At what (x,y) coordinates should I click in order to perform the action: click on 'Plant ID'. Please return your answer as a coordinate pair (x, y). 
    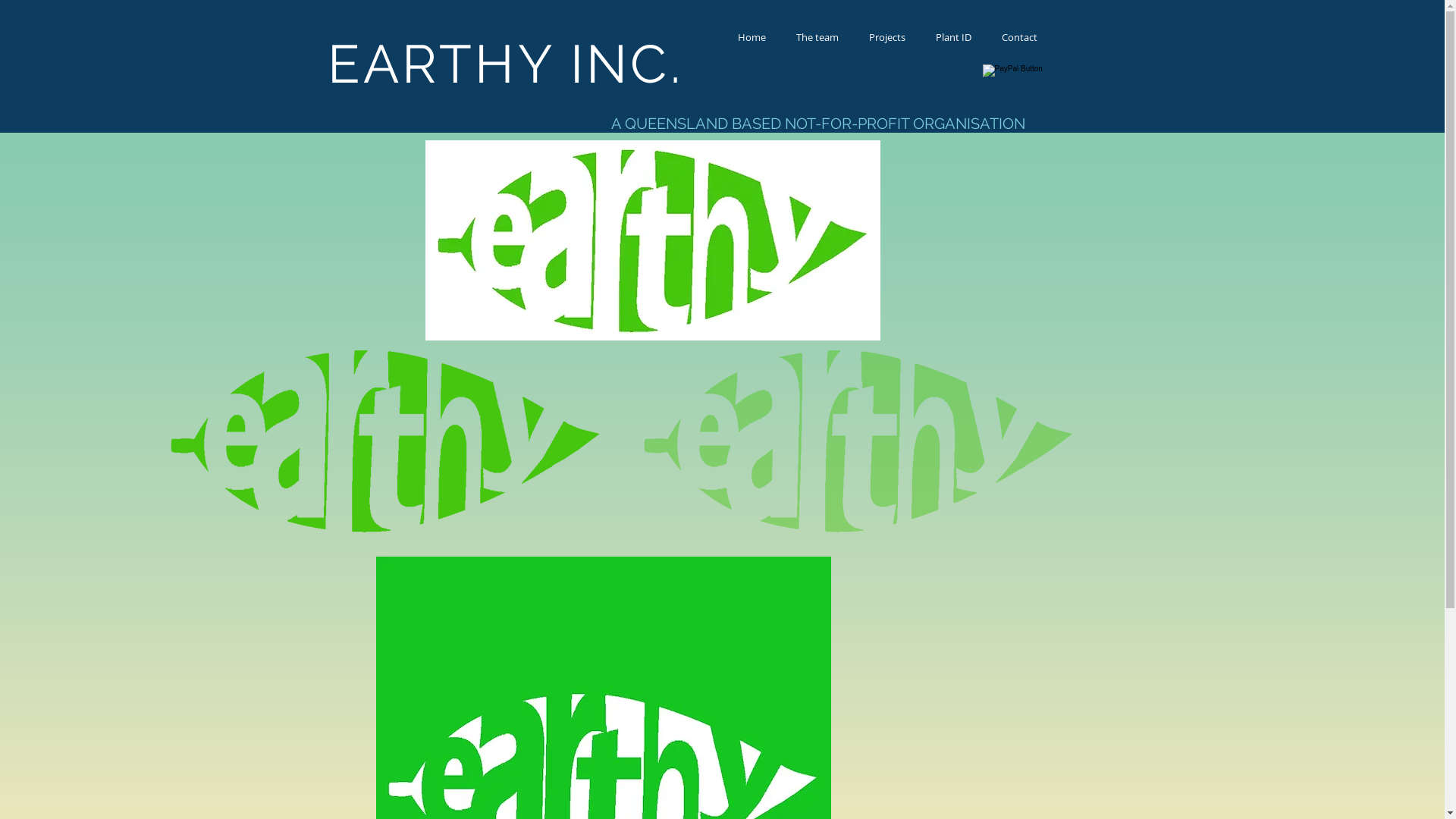
    Looking at the image, I should click on (952, 36).